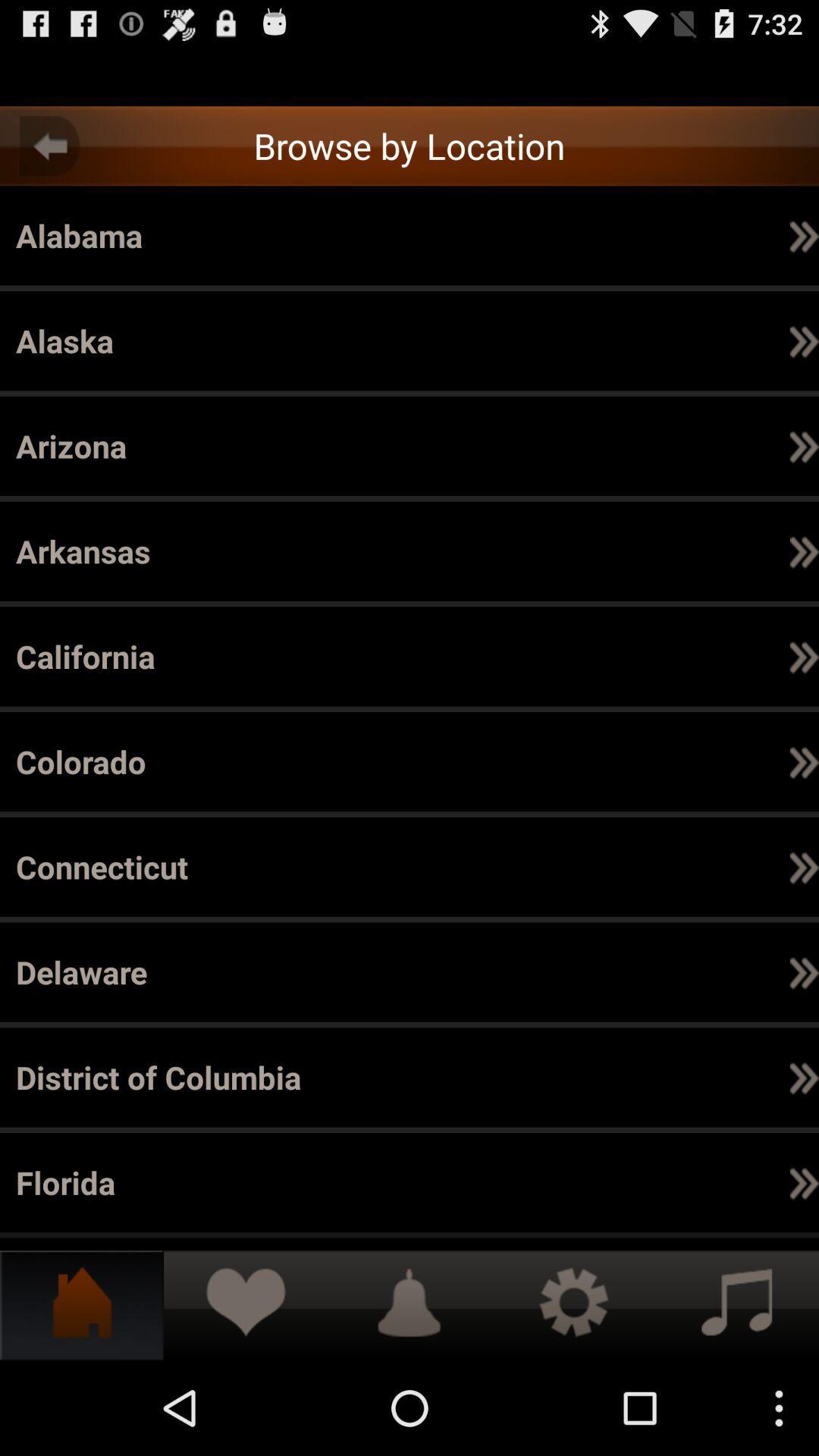 Image resolution: width=819 pixels, height=1456 pixels. What do you see at coordinates (248, 761) in the screenshot?
I see `item next to the      item` at bounding box center [248, 761].